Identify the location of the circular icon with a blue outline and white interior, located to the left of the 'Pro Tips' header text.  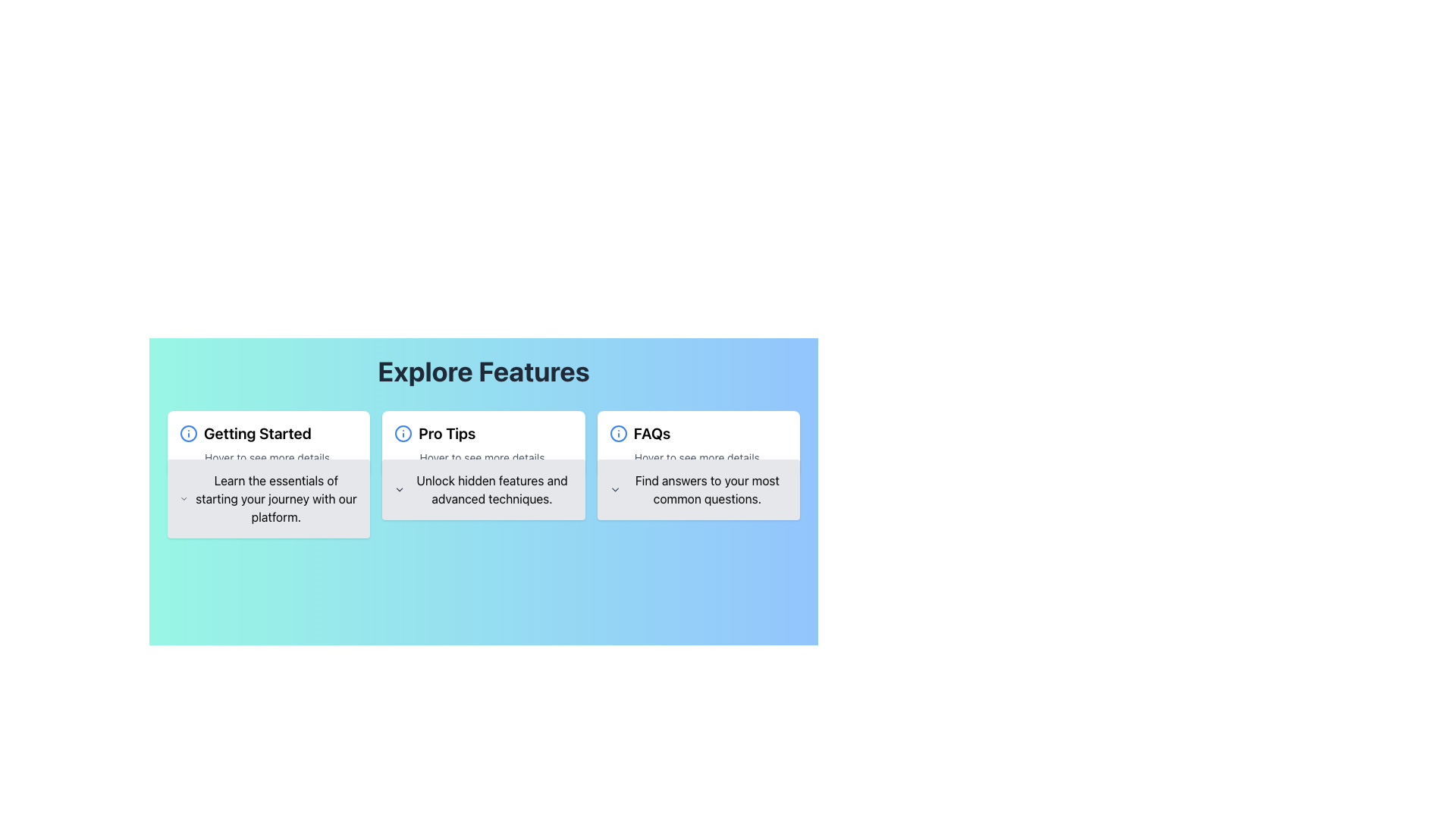
(403, 433).